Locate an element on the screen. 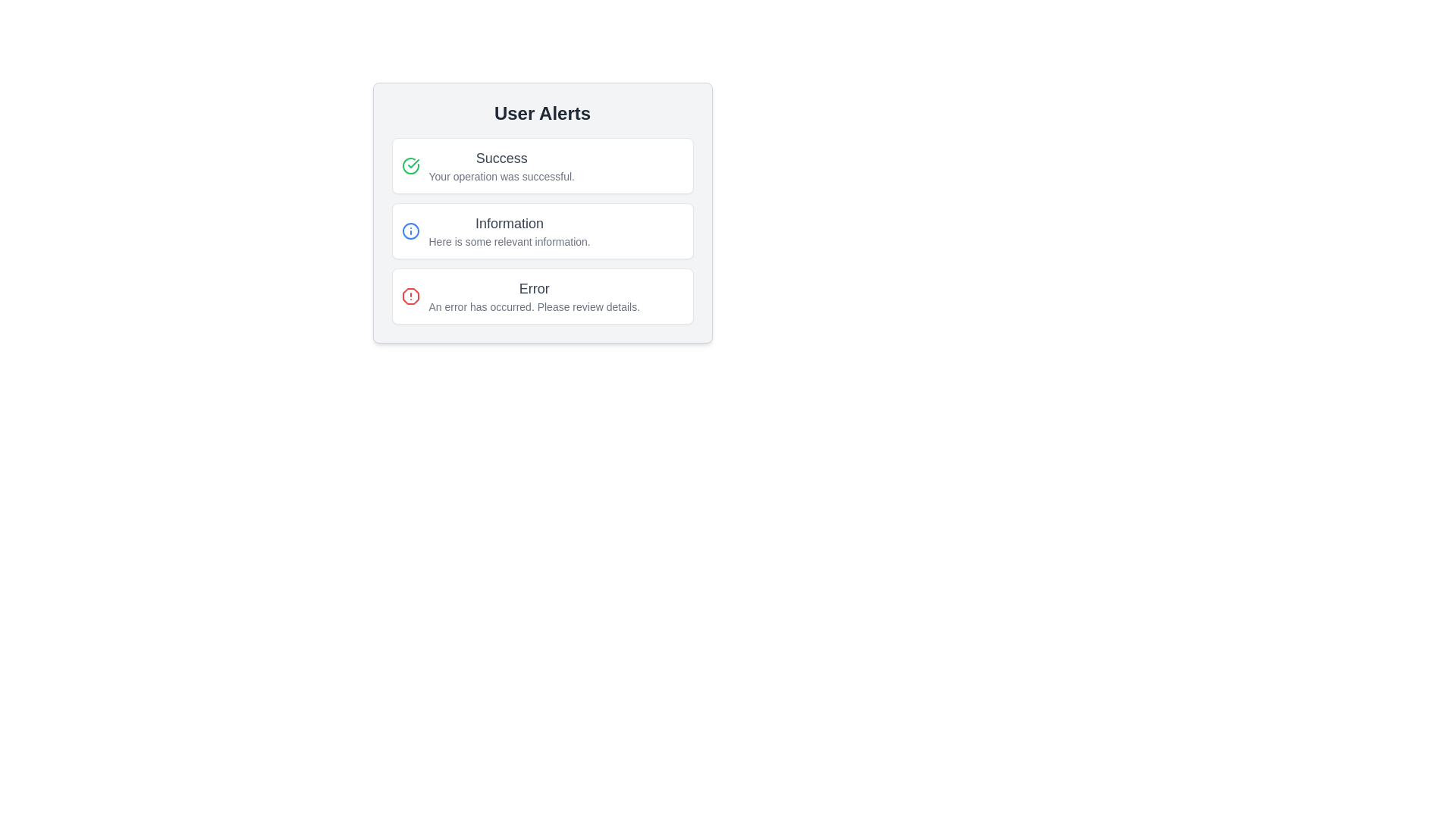  the error icon located in the rightmost column of the 'Error' section, adjacent to the text 'Error' and above the descriptive error message is located at coordinates (410, 296).